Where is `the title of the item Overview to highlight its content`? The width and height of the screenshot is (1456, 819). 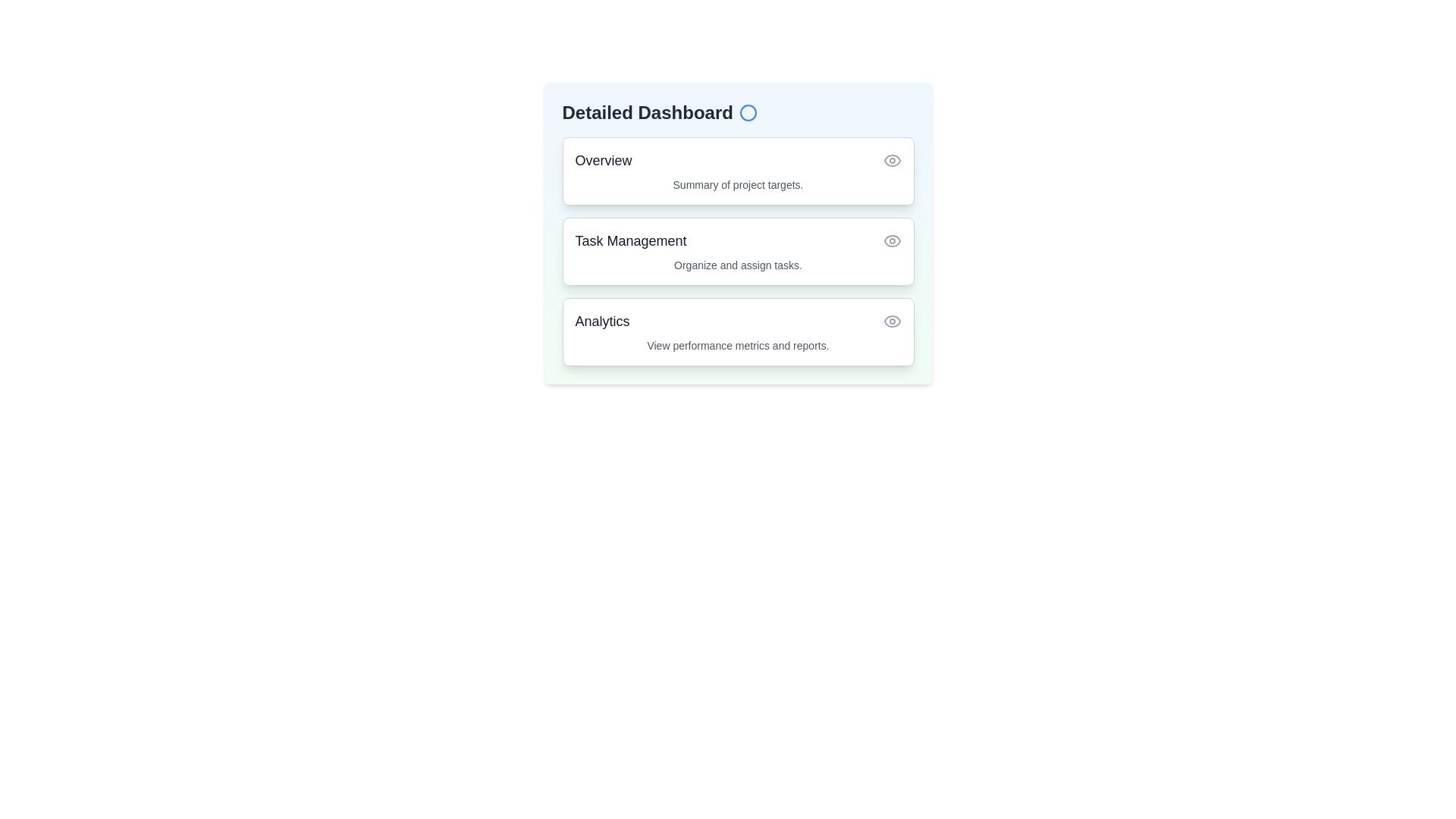 the title of the item Overview to highlight its content is located at coordinates (603, 161).